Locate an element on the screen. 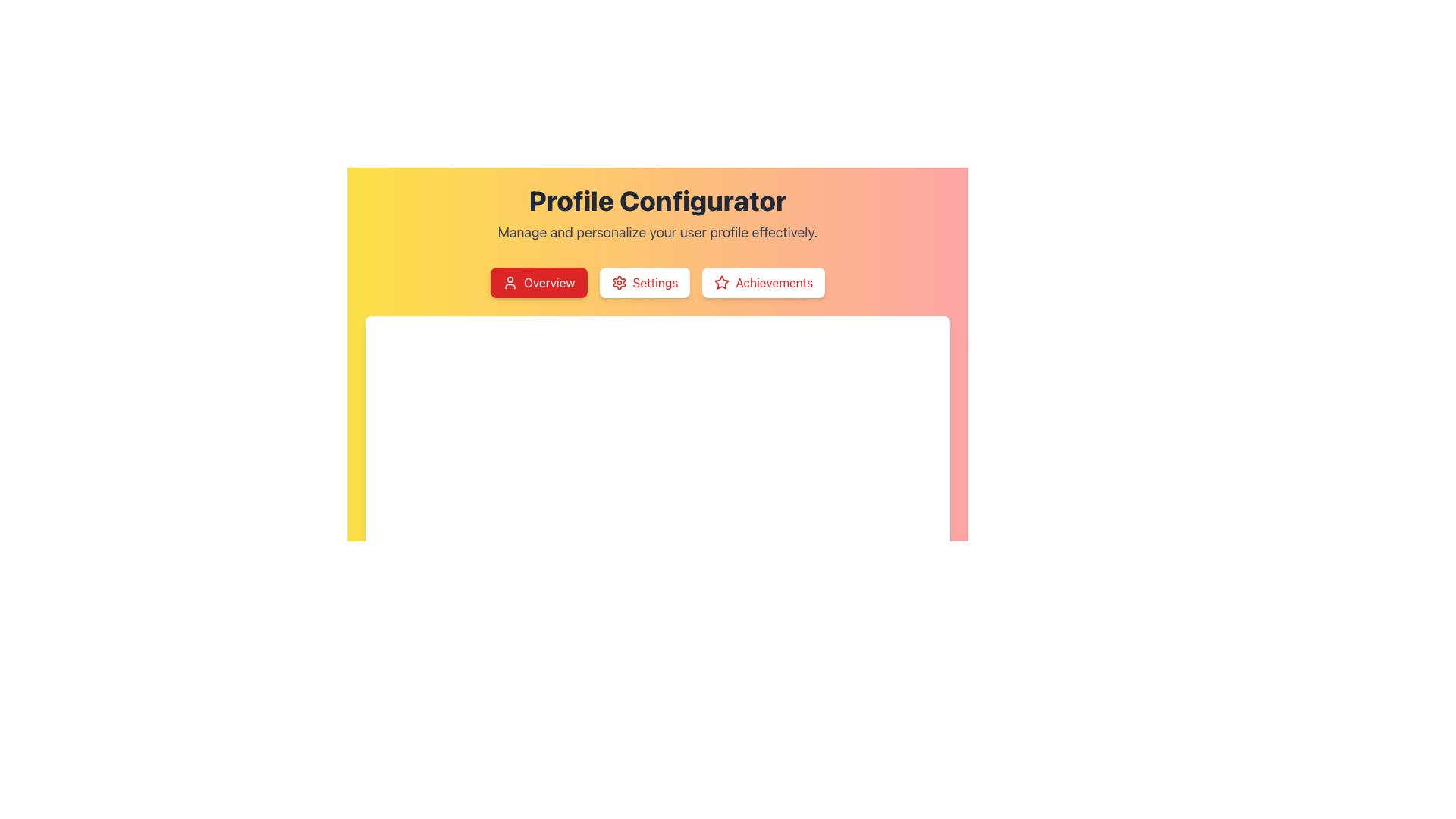  the red gear-shaped icon located on the left side of the 'Settings' button is located at coordinates (619, 283).